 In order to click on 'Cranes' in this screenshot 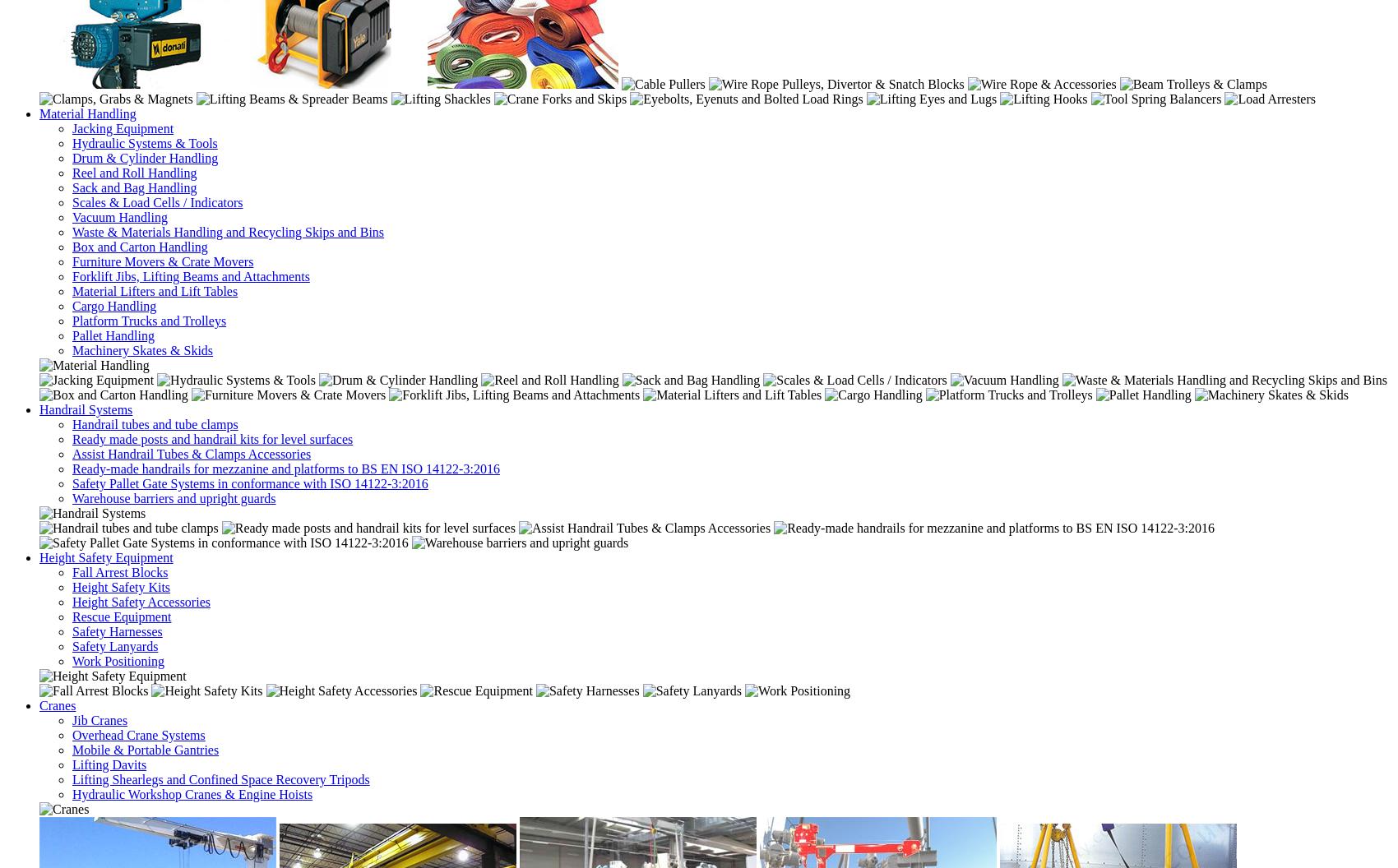, I will do `click(58, 704)`.